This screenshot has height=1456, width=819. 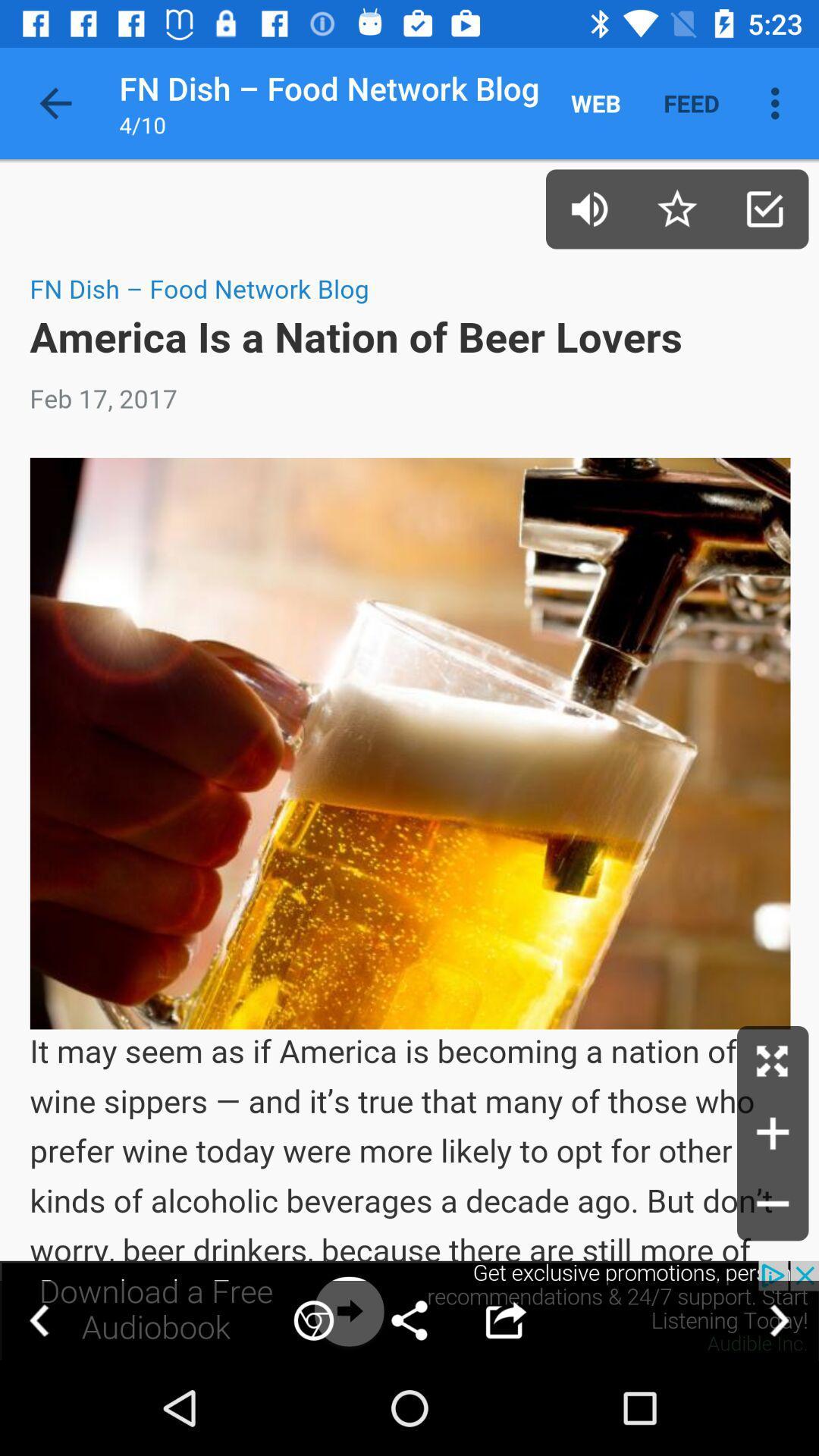 I want to click on turn on music, so click(x=588, y=208).